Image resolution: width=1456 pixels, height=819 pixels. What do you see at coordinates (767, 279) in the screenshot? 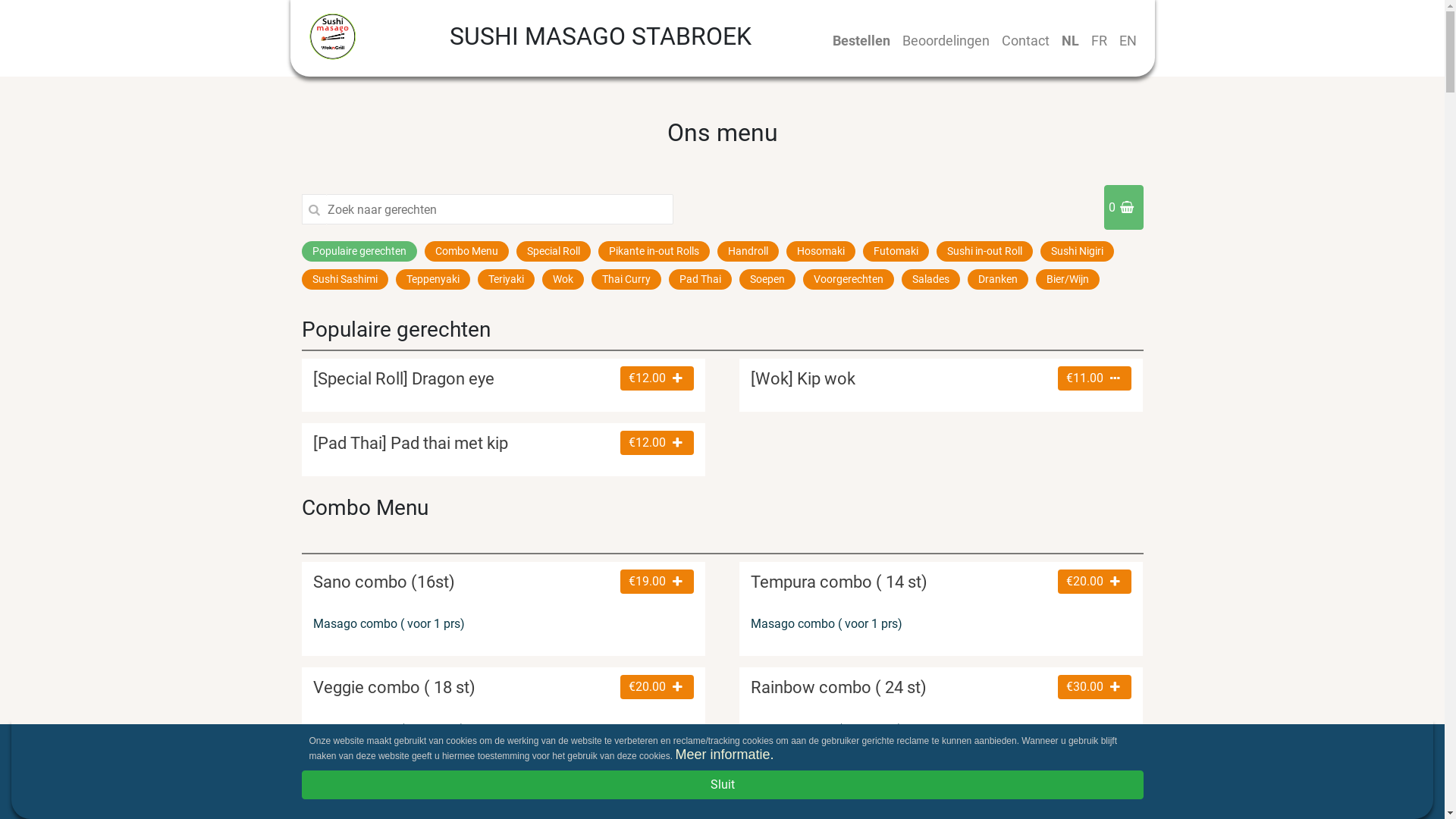
I see `'Soepen'` at bounding box center [767, 279].